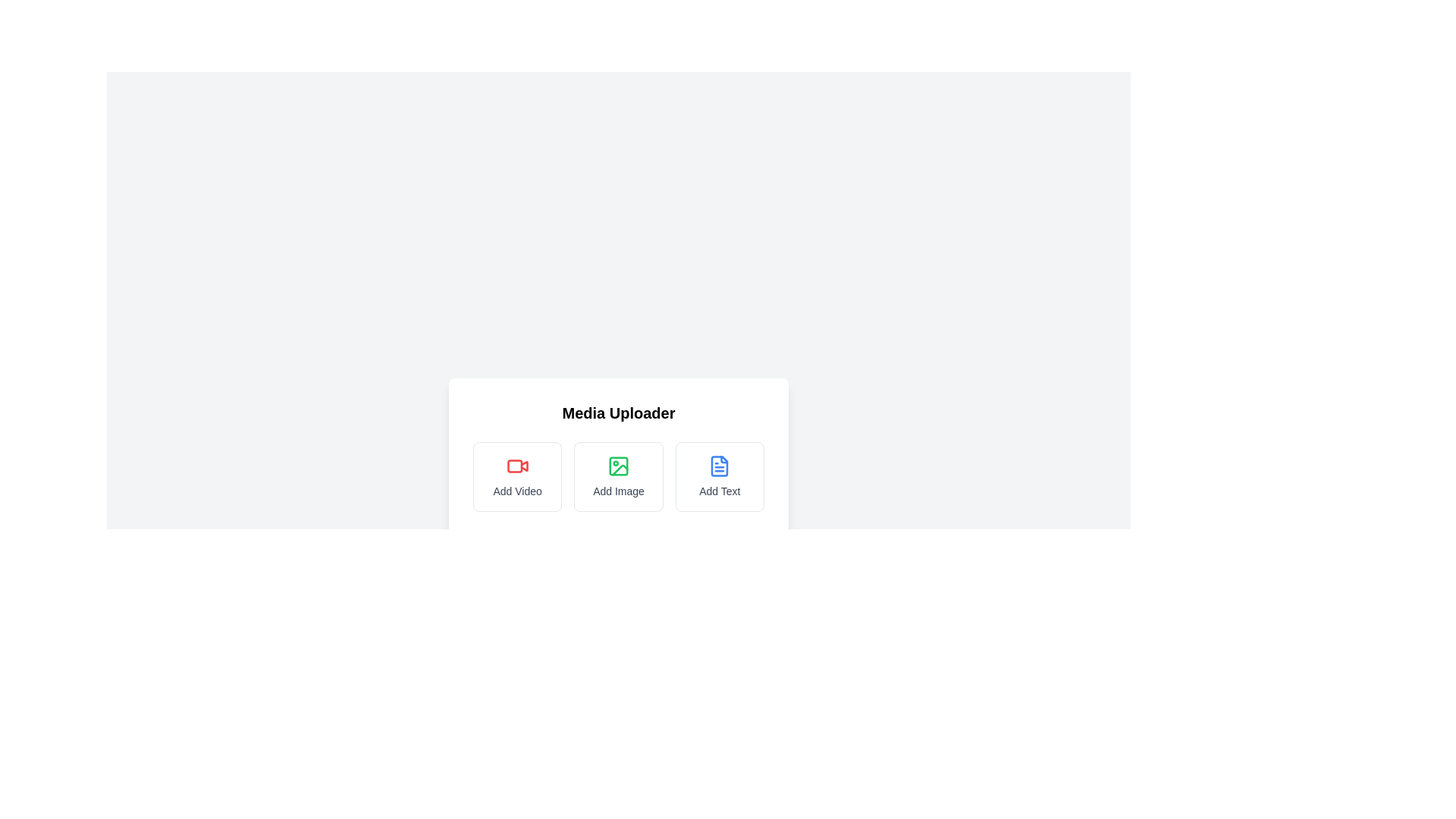  Describe the element at coordinates (619, 475) in the screenshot. I see `the 'Add Image' button` at that location.